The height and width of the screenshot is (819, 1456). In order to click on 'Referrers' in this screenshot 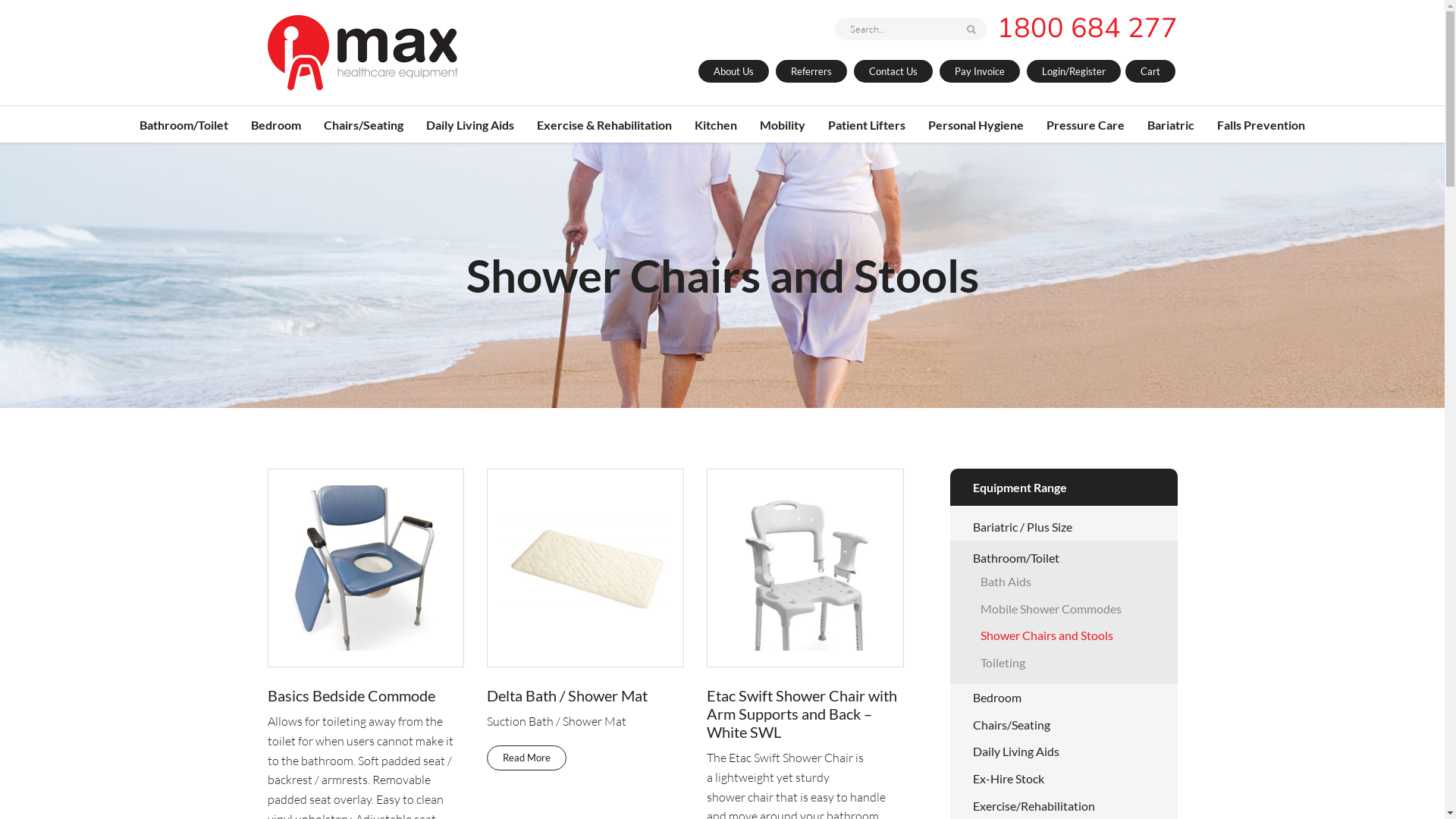, I will do `click(810, 71)`.